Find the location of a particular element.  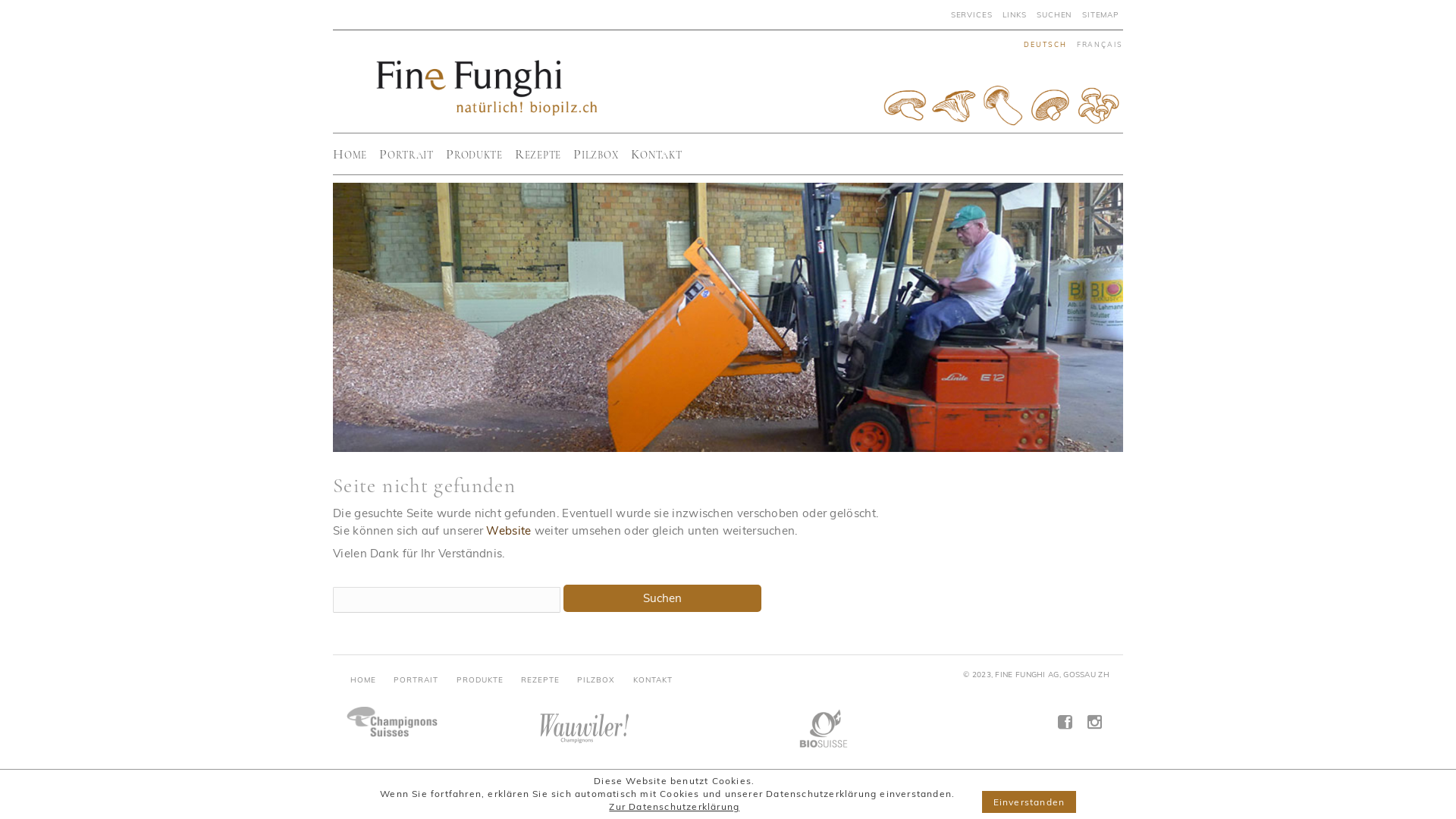

'deutsch' is located at coordinates (1018, 42).